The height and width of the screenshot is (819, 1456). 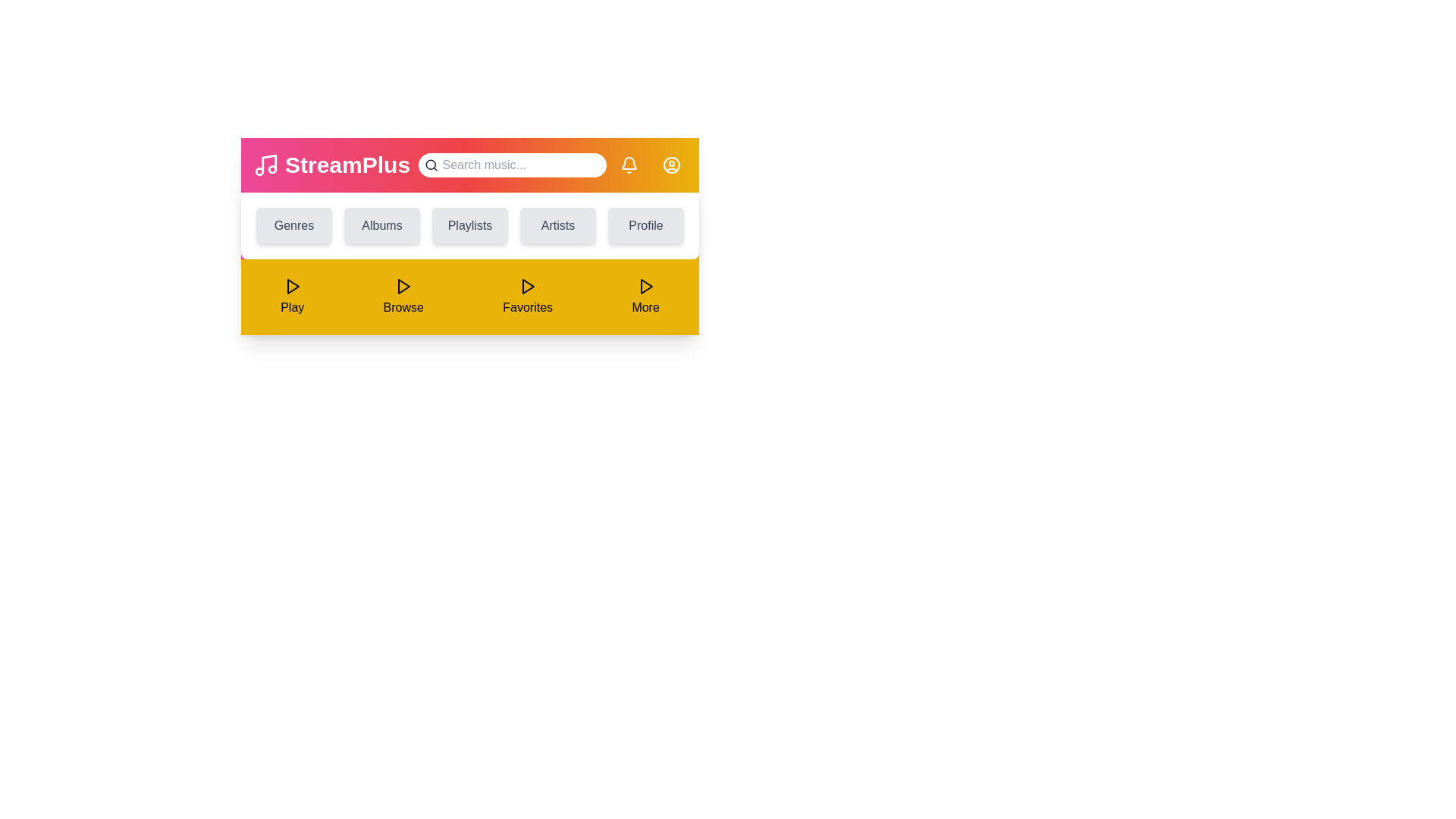 What do you see at coordinates (557, 225) in the screenshot?
I see `the 'Artists' button to navigate to the artists section` at bounding box center [557, 225].